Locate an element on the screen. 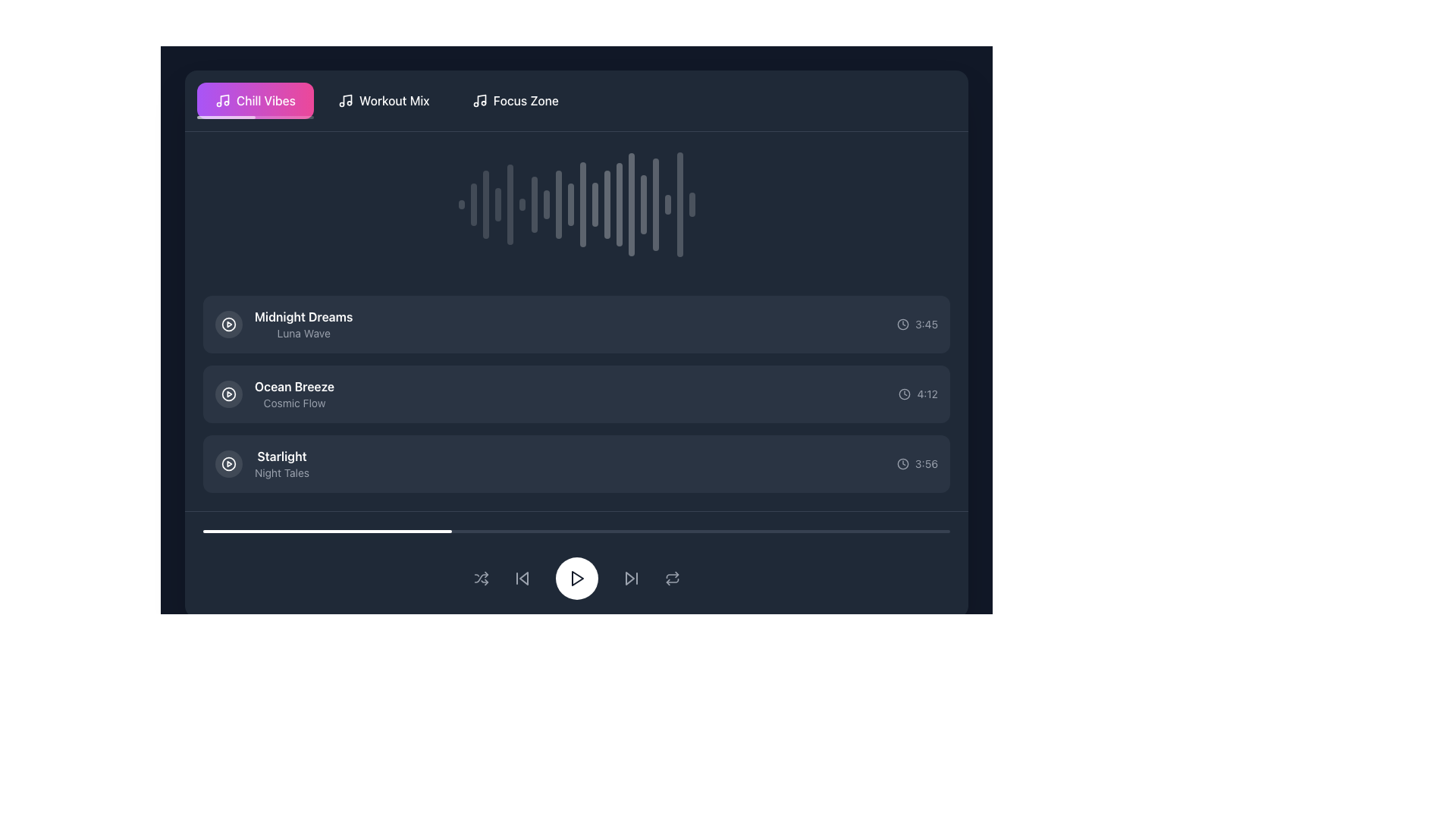 This screenshot has width=1456, height=819. the rightmost icon button in the bottom control section of the interface that toggles the repeat mode for media playback is located at coordinates (671, 579).